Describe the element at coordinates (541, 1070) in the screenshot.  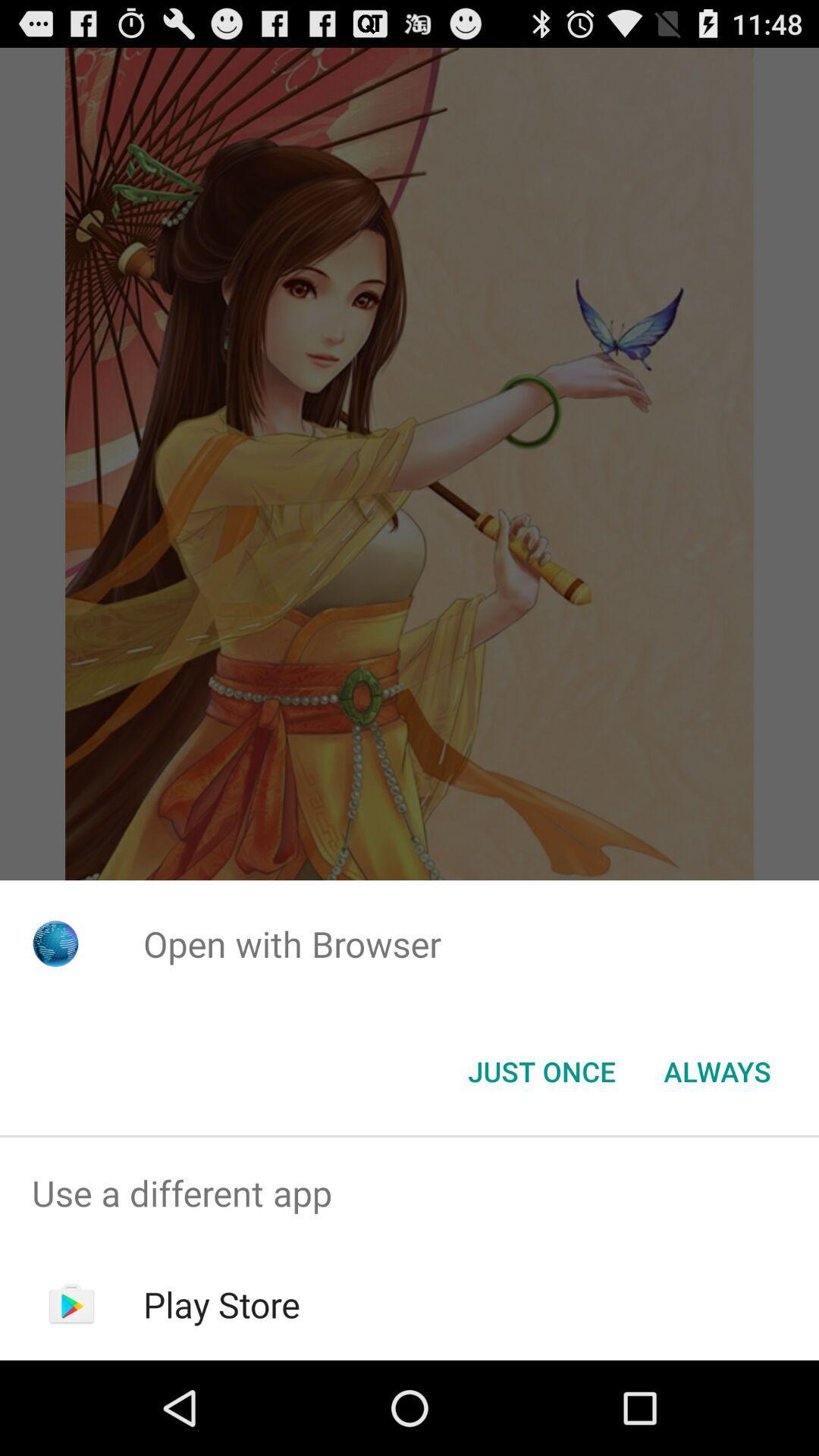
I see `icon below the open with browser` at that location.